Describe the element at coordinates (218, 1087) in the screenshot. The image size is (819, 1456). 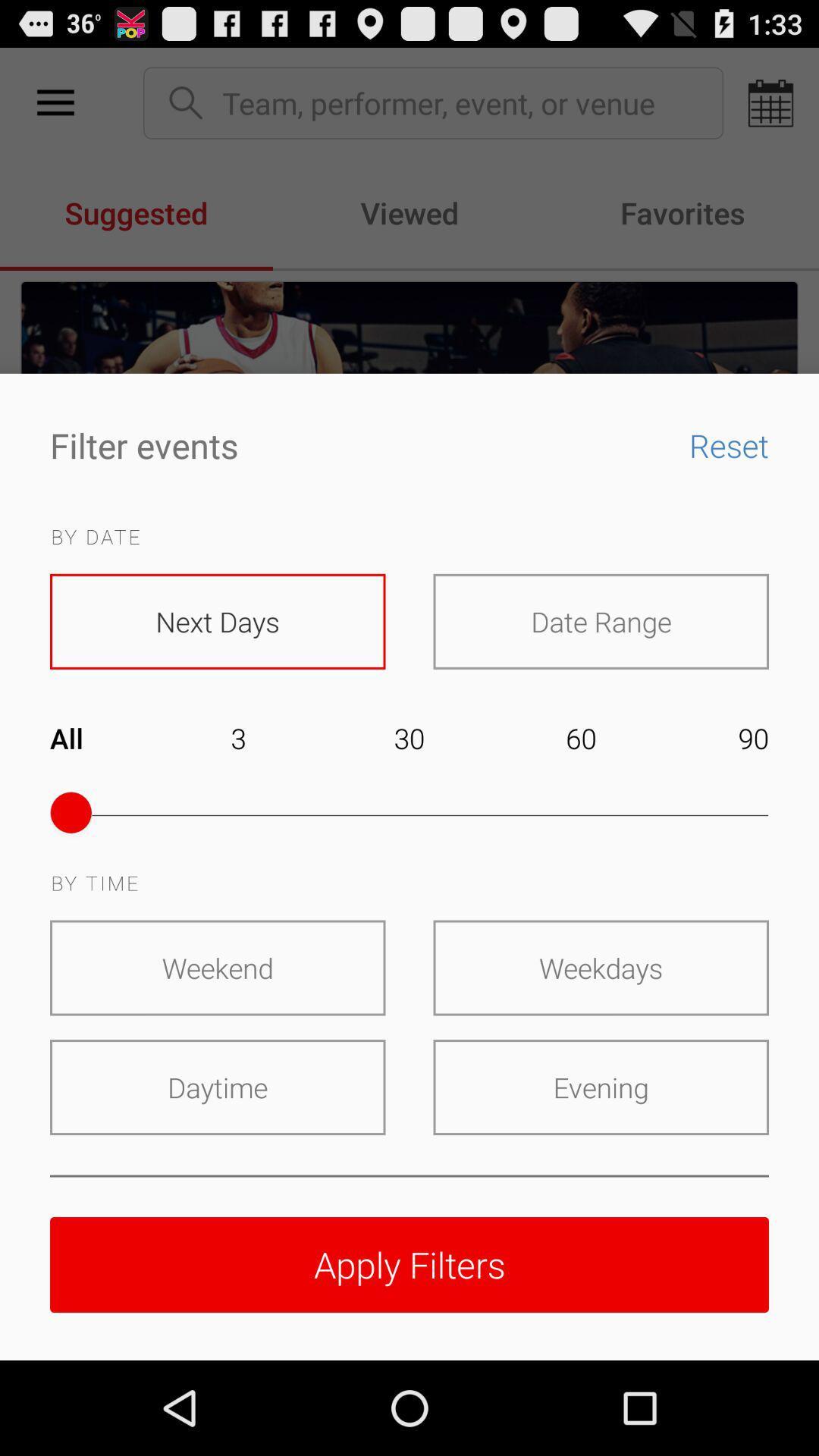
I see `icon below the weekend icon` at that location.